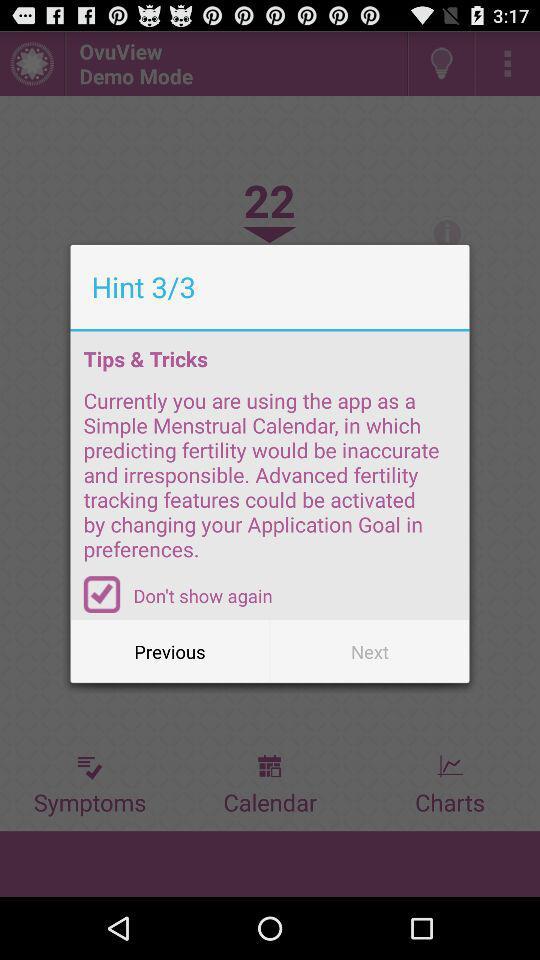 The width and height of the screenshot is (540, 960). Describe the element at coordinates (102, 594) in the screenshot. I see `the icon next to don t show app` at that location.